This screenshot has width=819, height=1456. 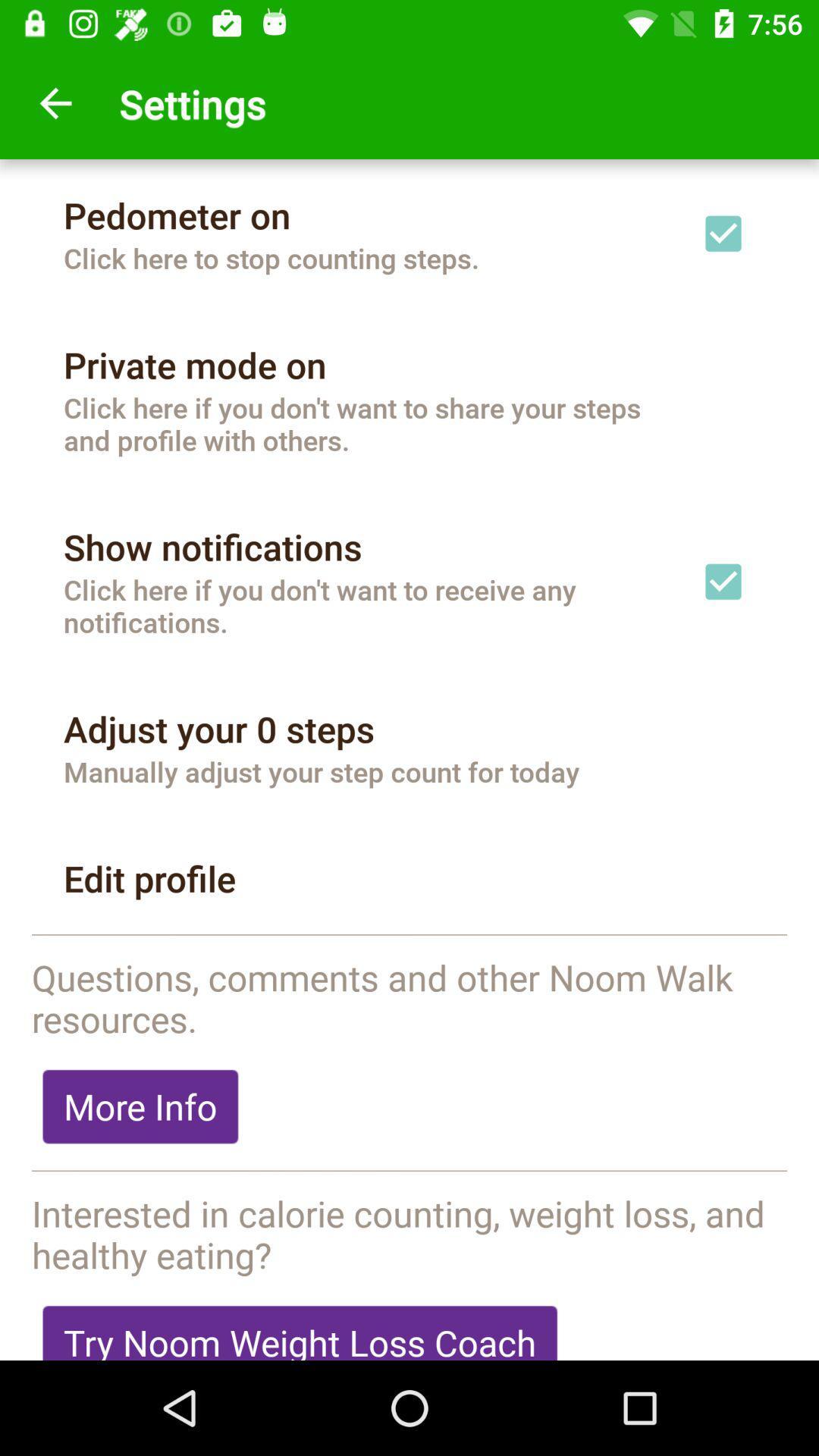 What do you see at coordinates (149, 878) in the screenshot?
I see `the edit profile` at bounding box center [149, 878].